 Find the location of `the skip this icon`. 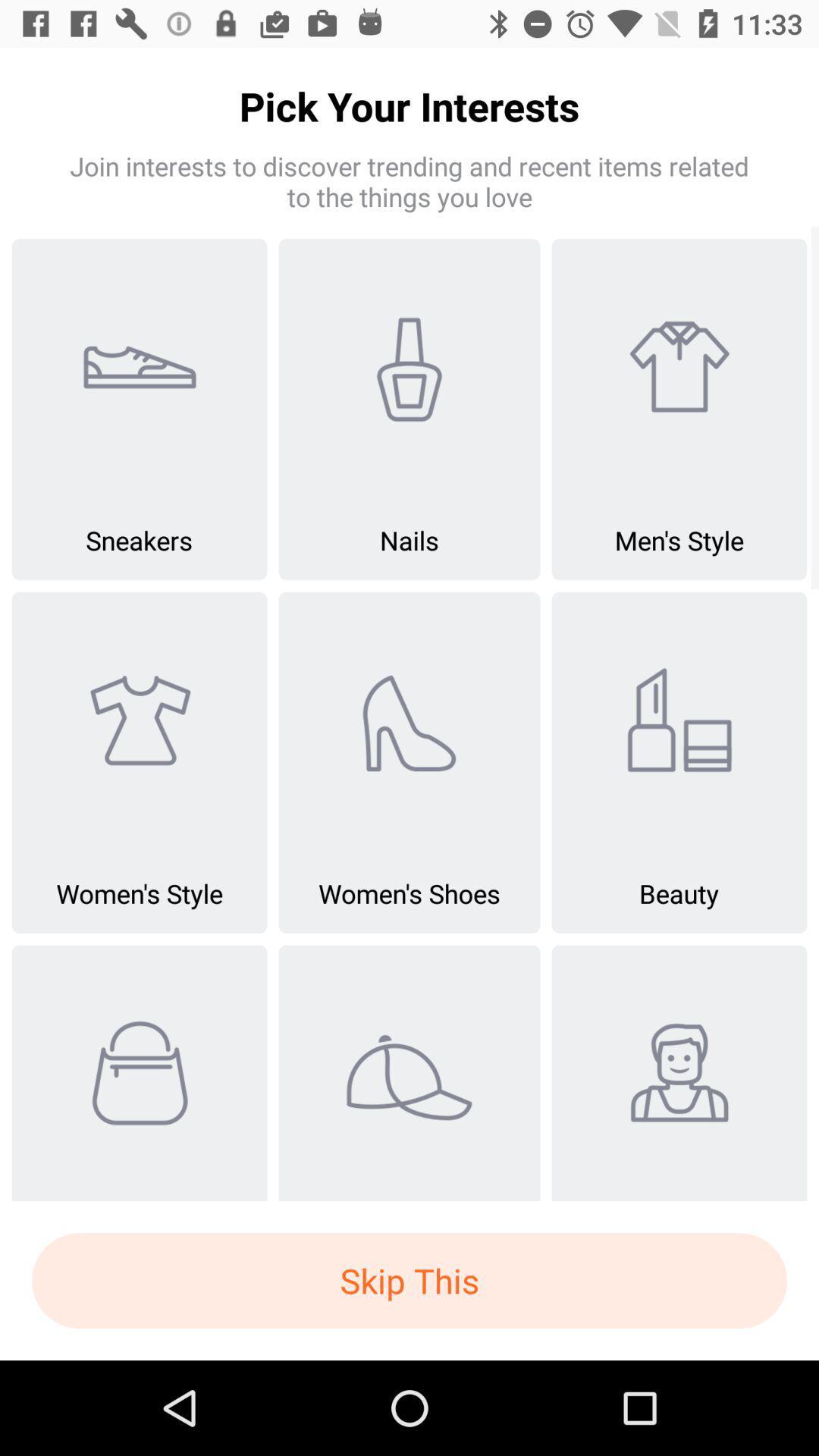

the skip this icon is located at coordinates (409, 1280).